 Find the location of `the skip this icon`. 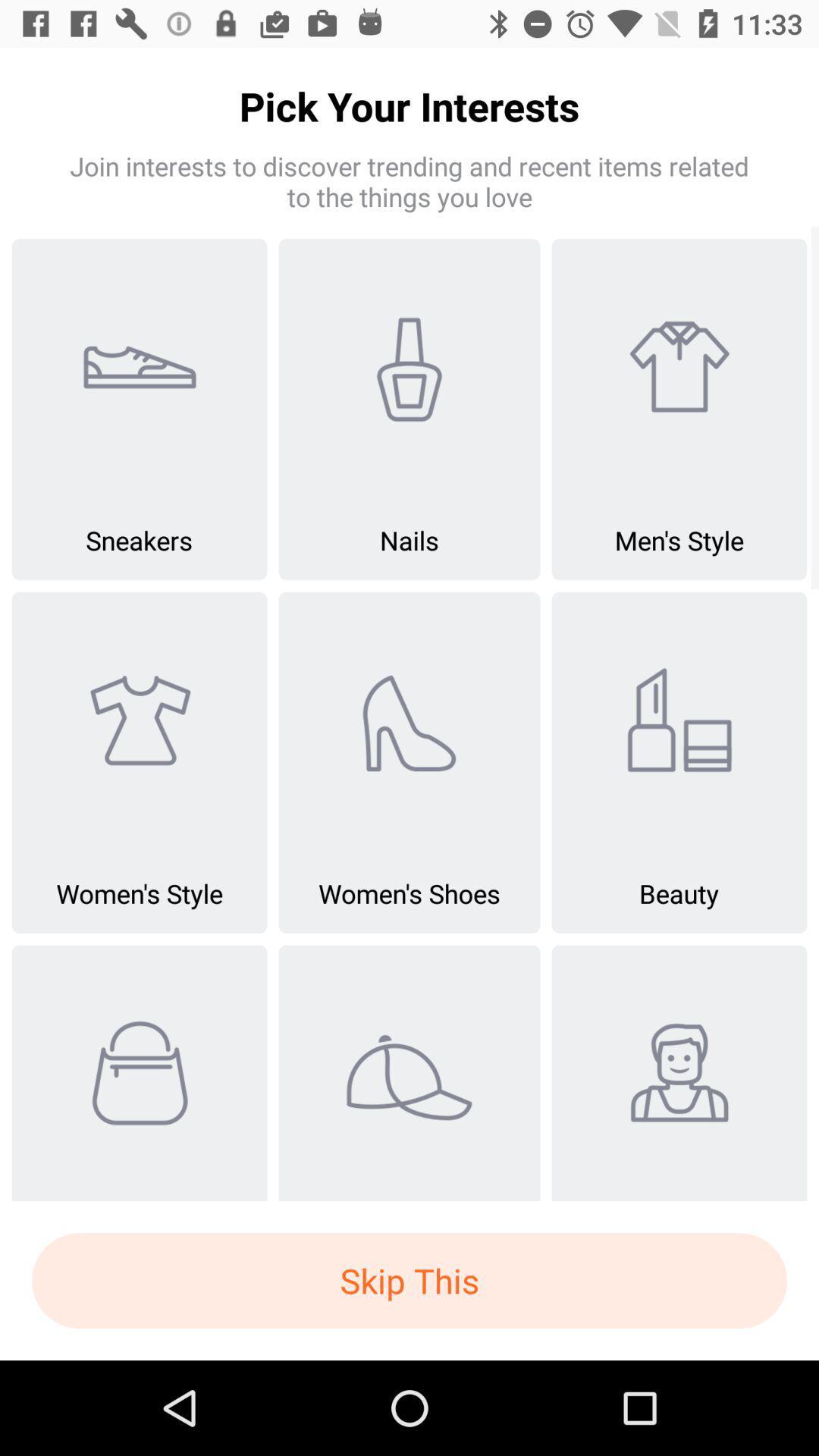

the skip this icon is located at coordinates (409, 1280).